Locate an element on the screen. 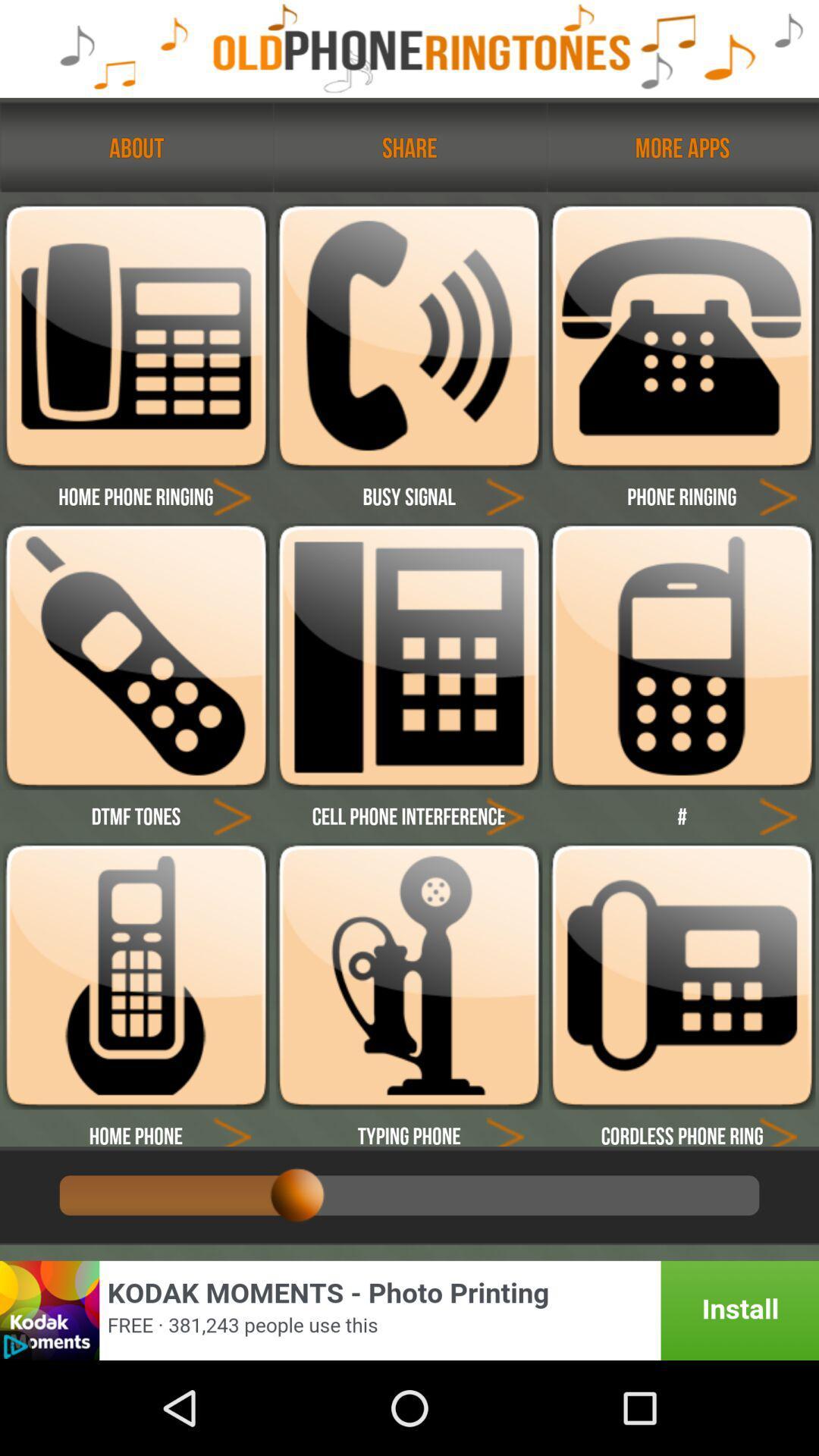 This screenshot has height=1456, width=819. previous is located at coordinates (778, 1128).